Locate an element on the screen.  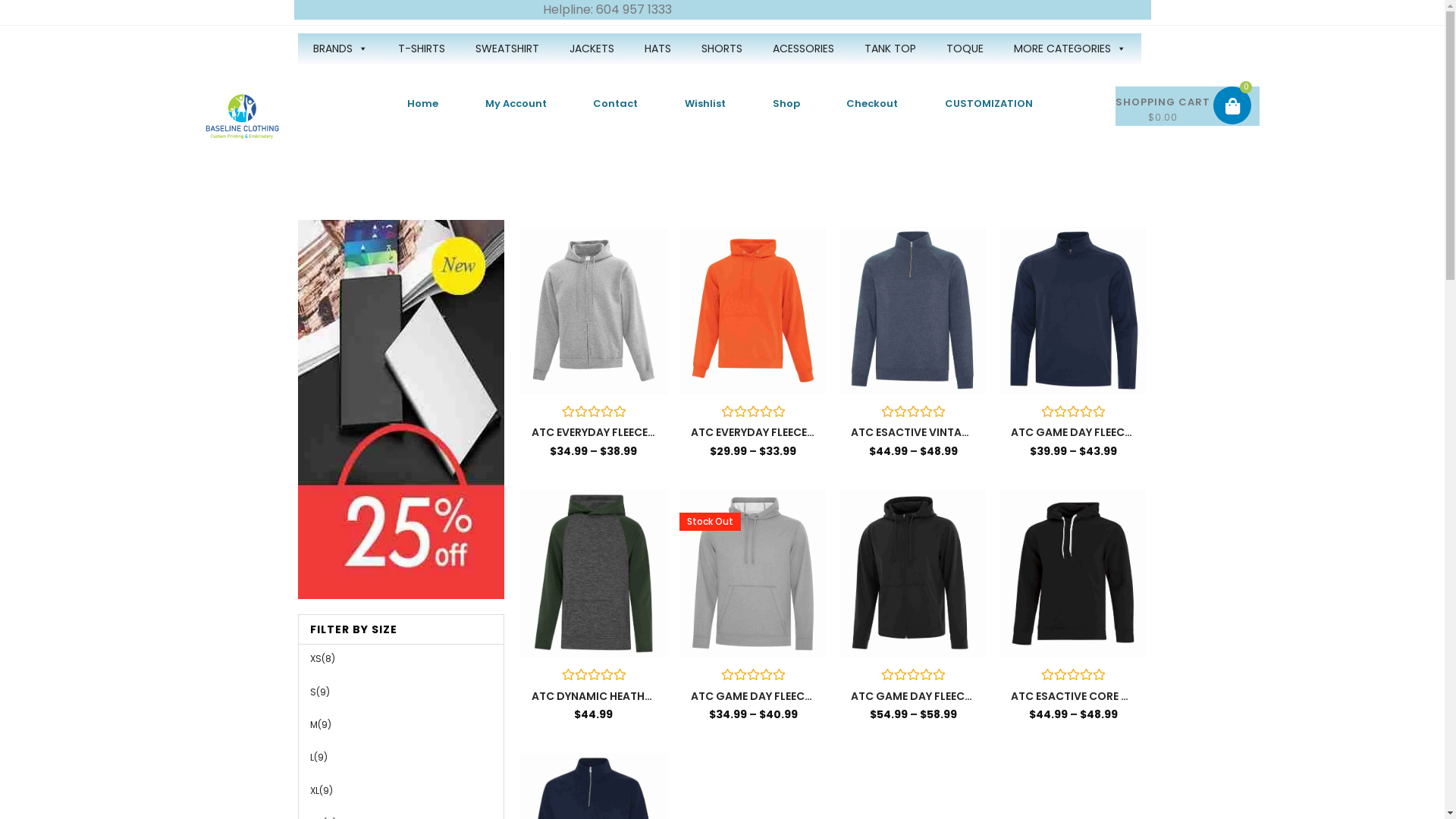
'T-SHIRTS' is located at coordinates (421, 48).